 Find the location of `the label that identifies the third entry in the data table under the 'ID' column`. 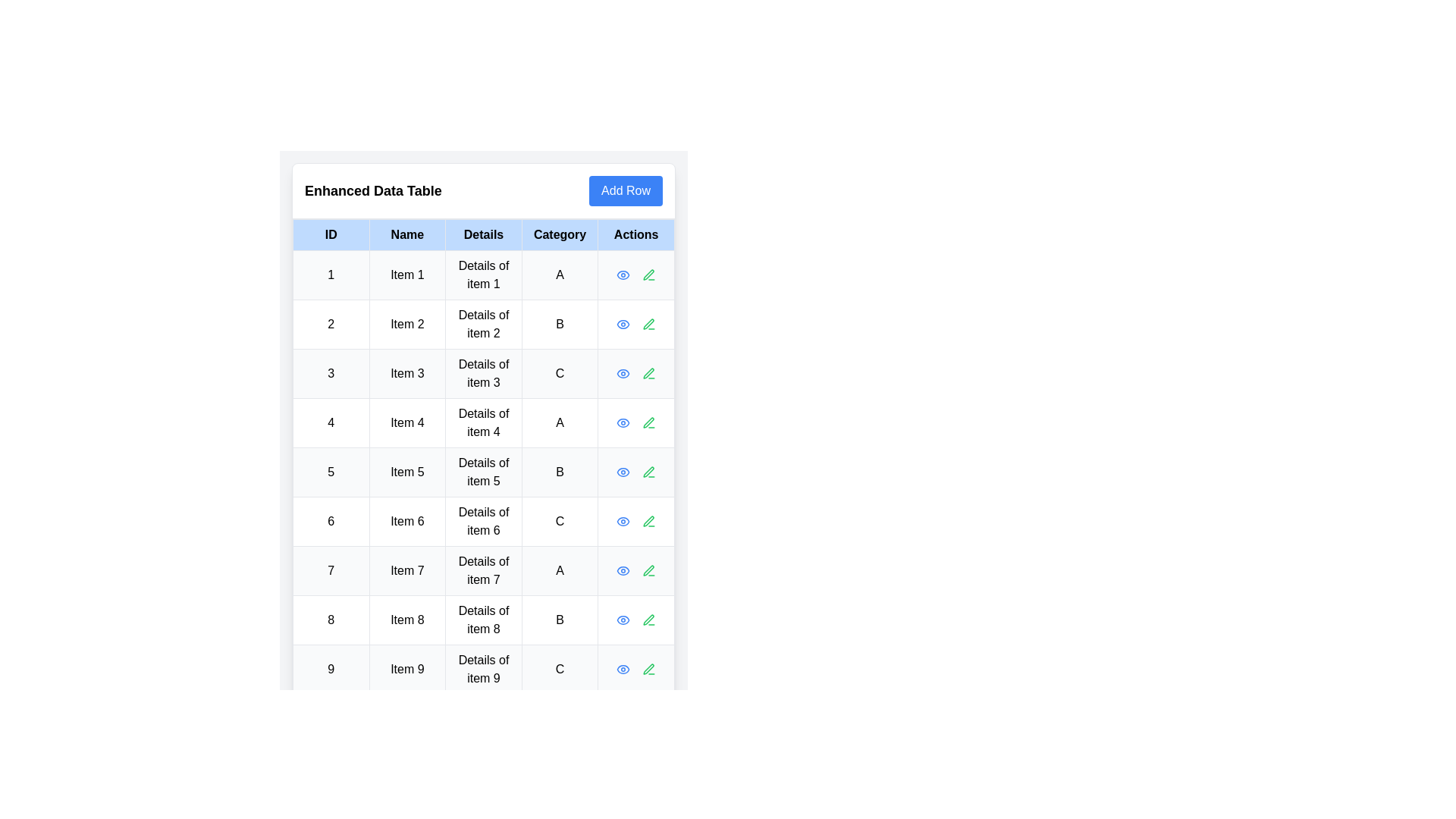

the label that identifies the third entry in the data table under the 'ID' column is located at coordinates (330, 374).